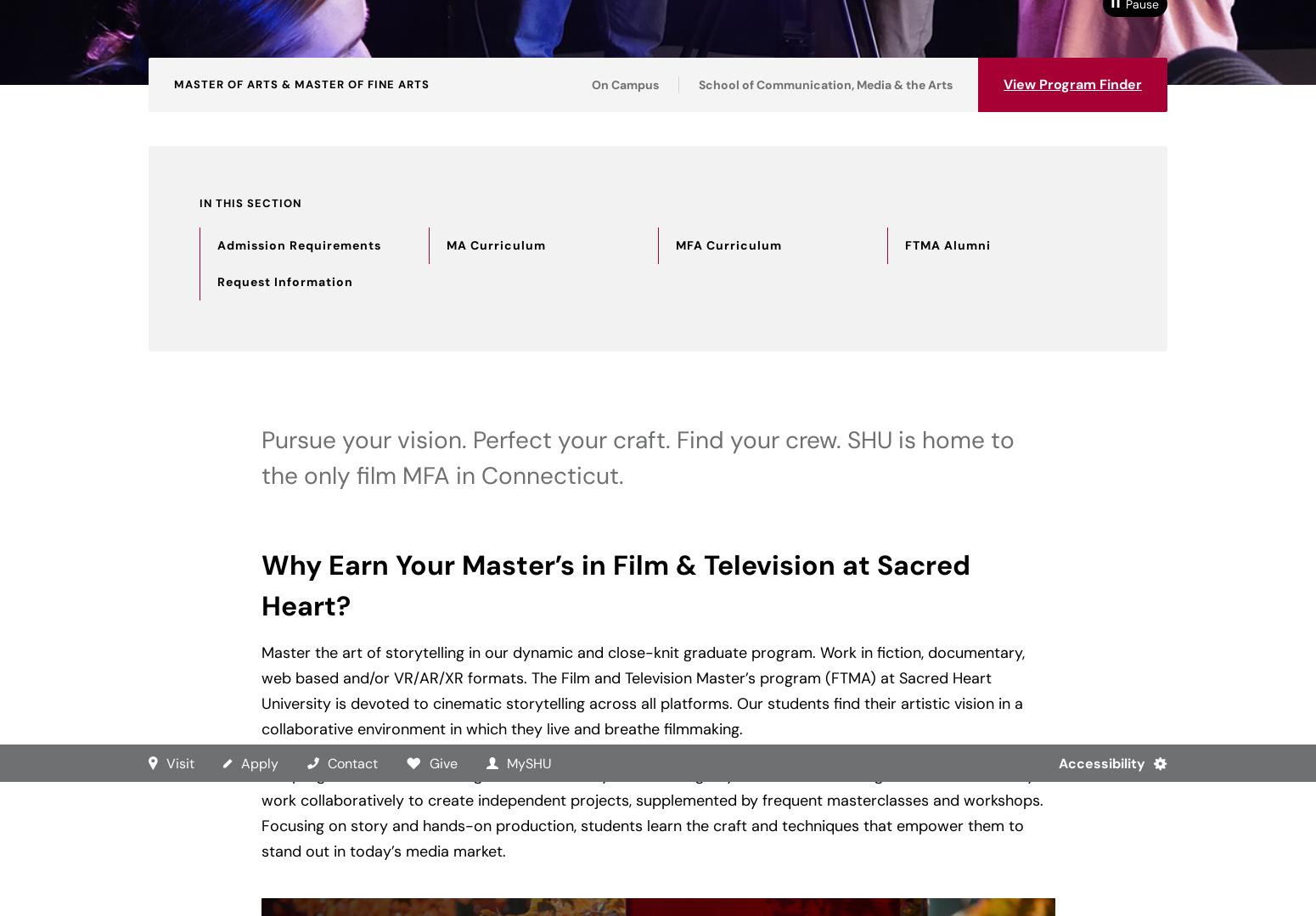  What do you see at coordinates (298, 244) in the screenshot?
I see `'Admission Requirements'` at bounding box center [298, 244].